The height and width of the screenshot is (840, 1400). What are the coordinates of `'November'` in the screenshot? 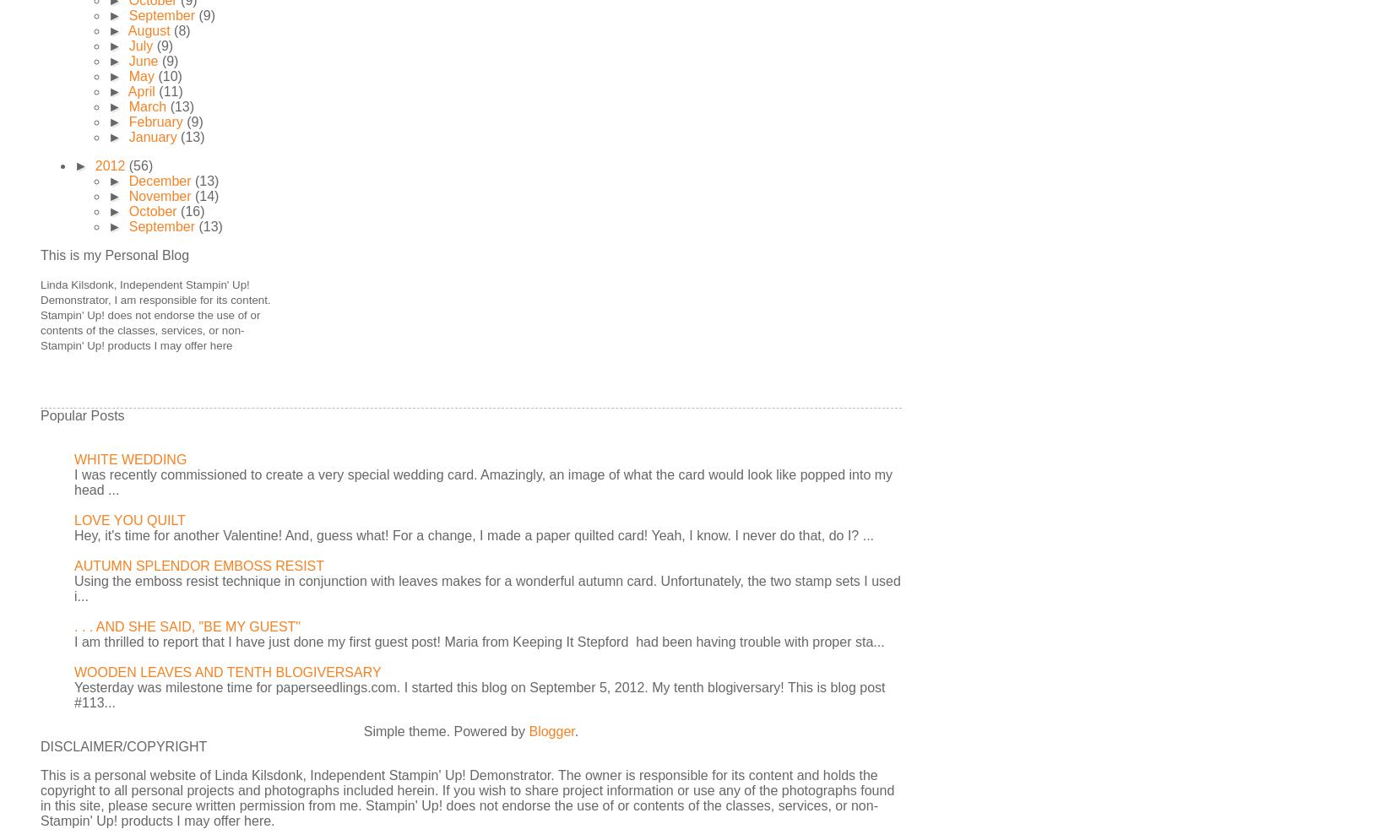 It's located at (161, 196).